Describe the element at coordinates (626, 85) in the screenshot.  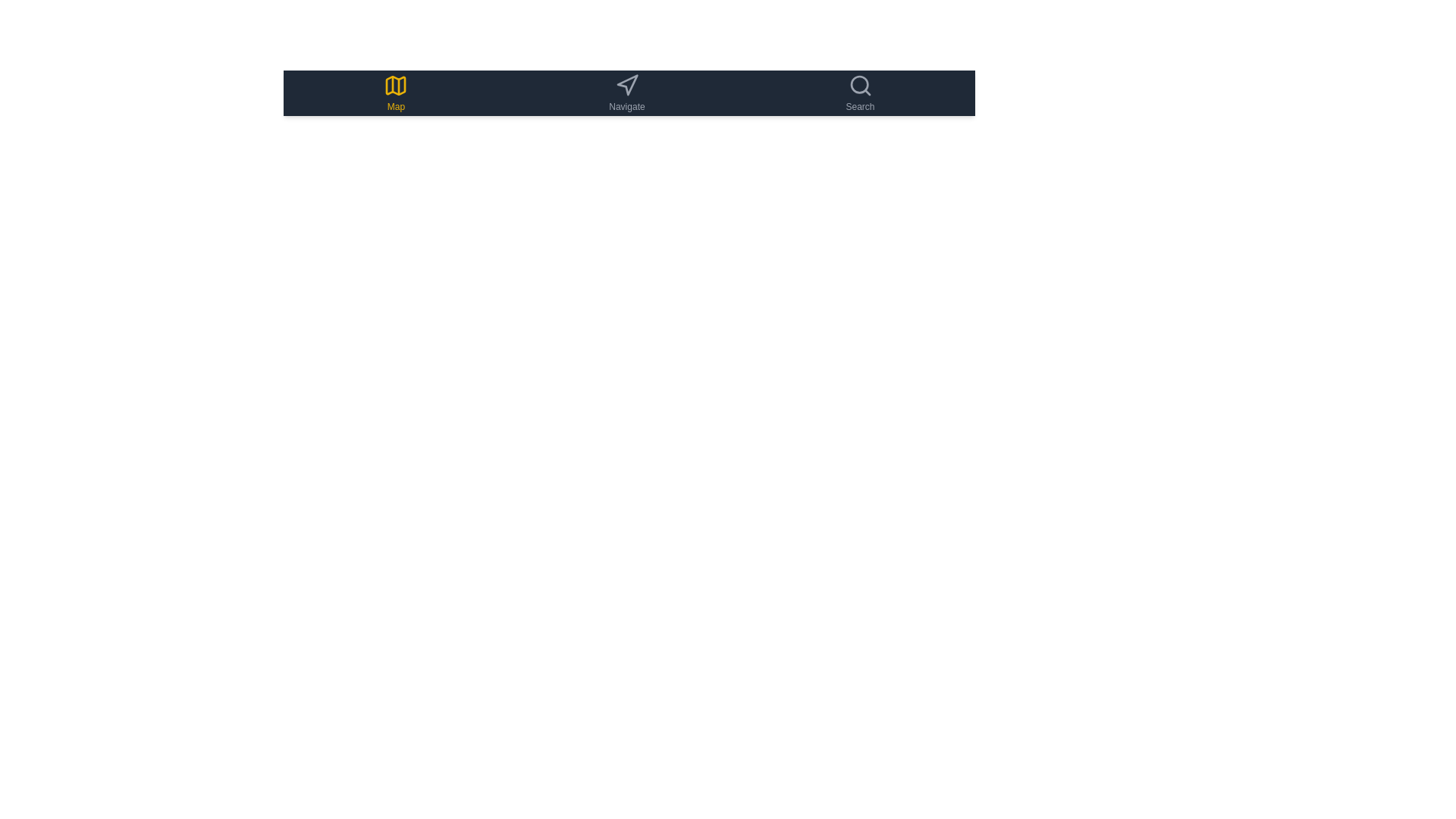
I see `the navigation icon located in the central part of the navigation bar above the text 'Navigate'` at that location.